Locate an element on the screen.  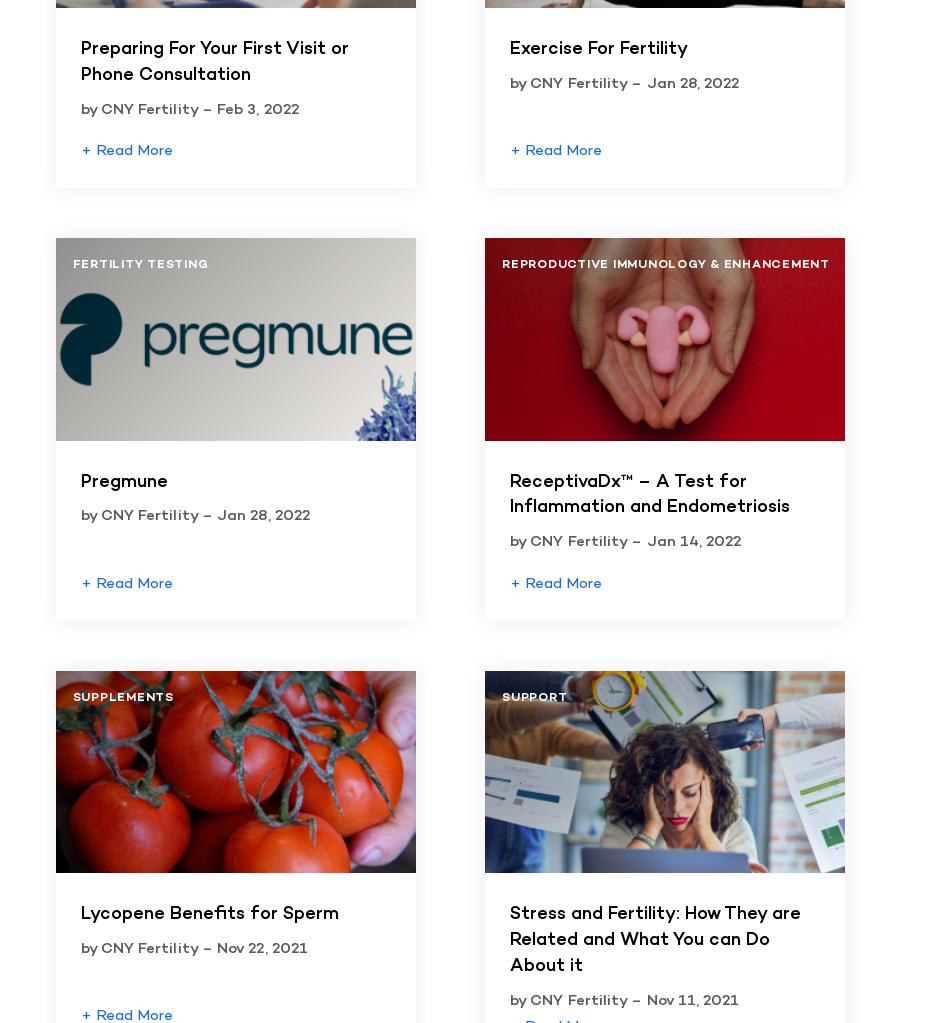
'ReceptivaDx™ – A Test for Inflammation and Endometriosis' is located at coordinates (509, 495).